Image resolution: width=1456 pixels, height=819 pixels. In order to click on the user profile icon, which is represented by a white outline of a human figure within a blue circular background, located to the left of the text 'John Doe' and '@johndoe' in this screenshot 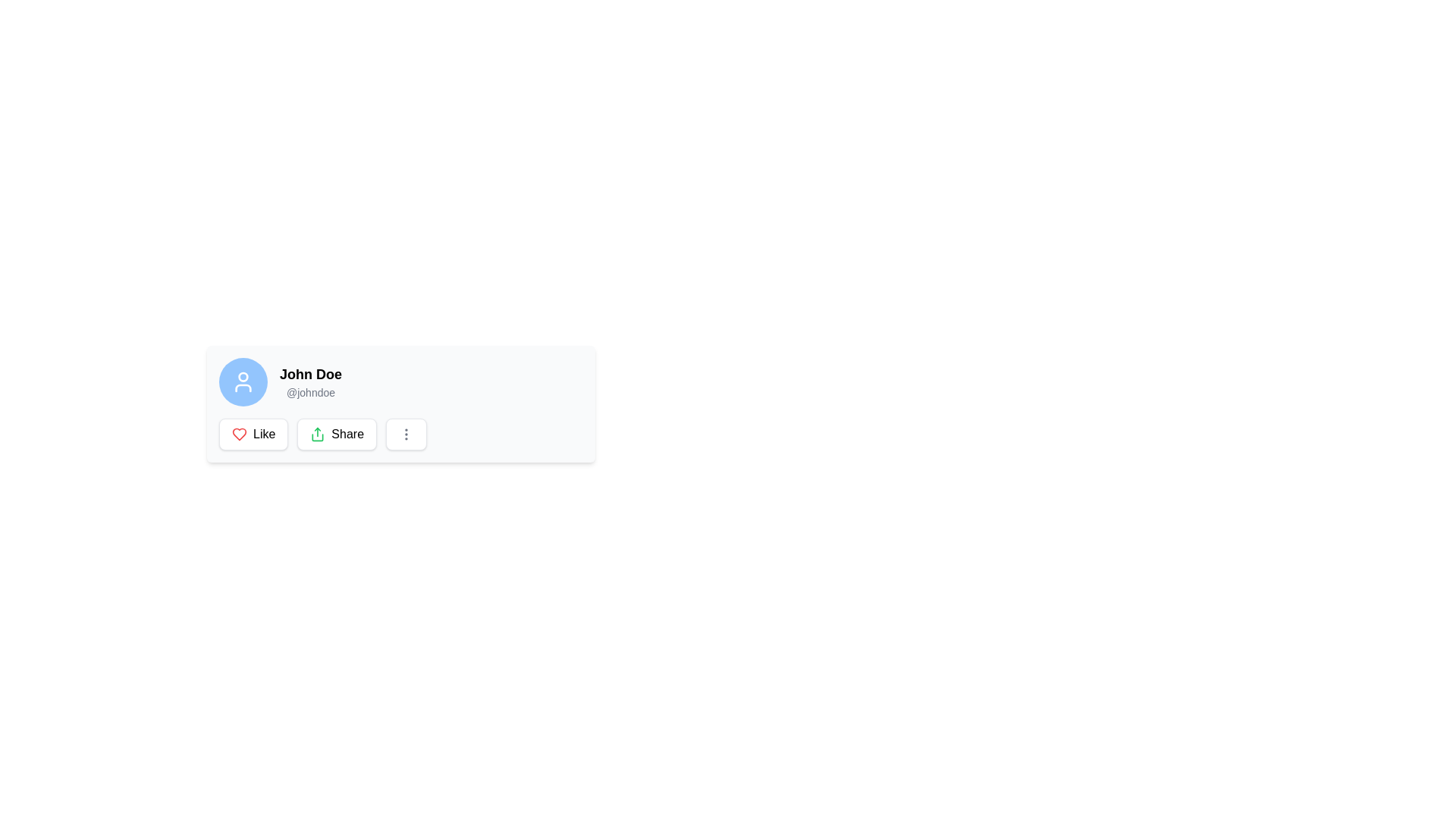, I will do `click(243, 381)`.